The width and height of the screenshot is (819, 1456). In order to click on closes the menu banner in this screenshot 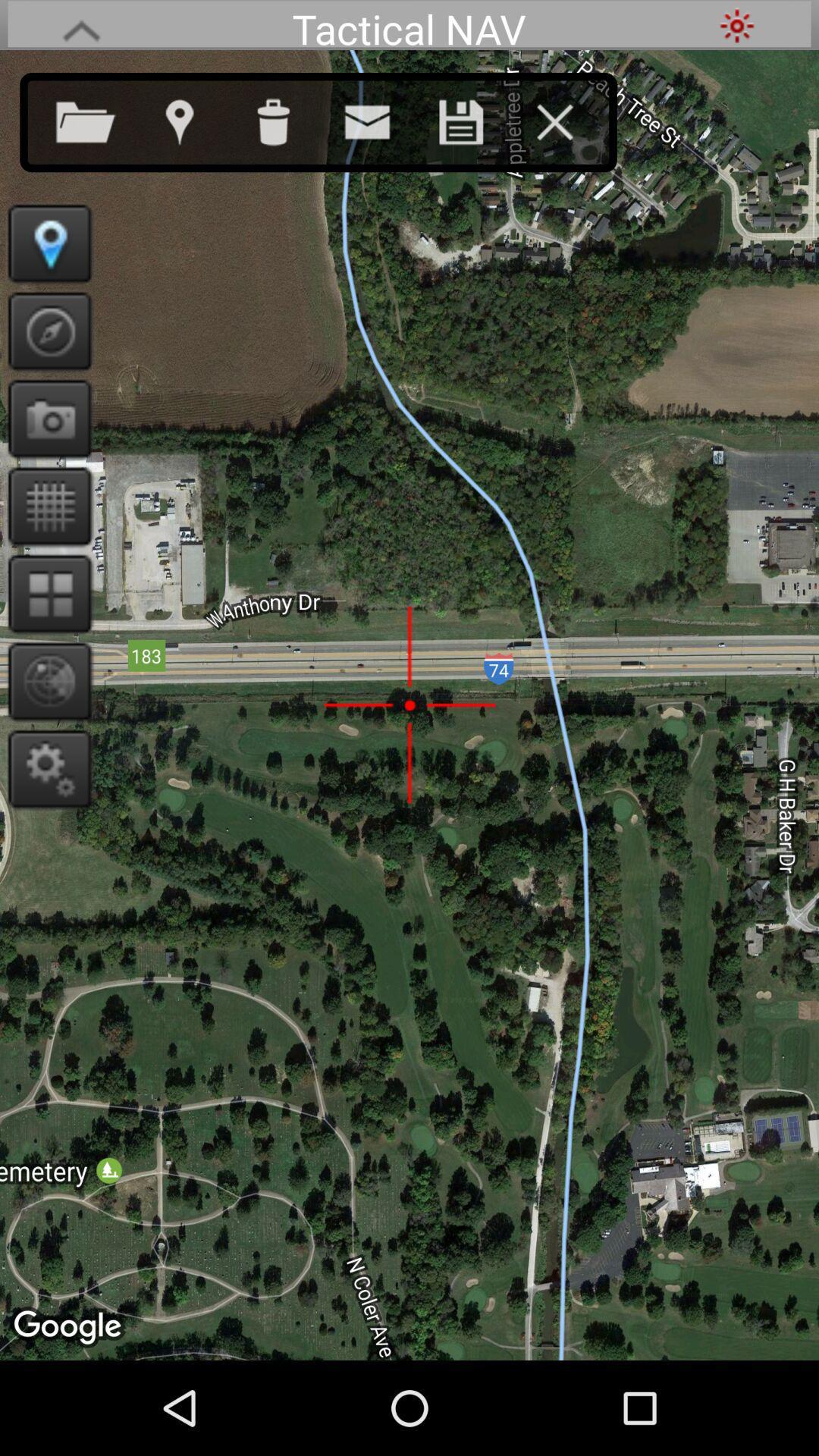, I will do `click(570, 118)`.